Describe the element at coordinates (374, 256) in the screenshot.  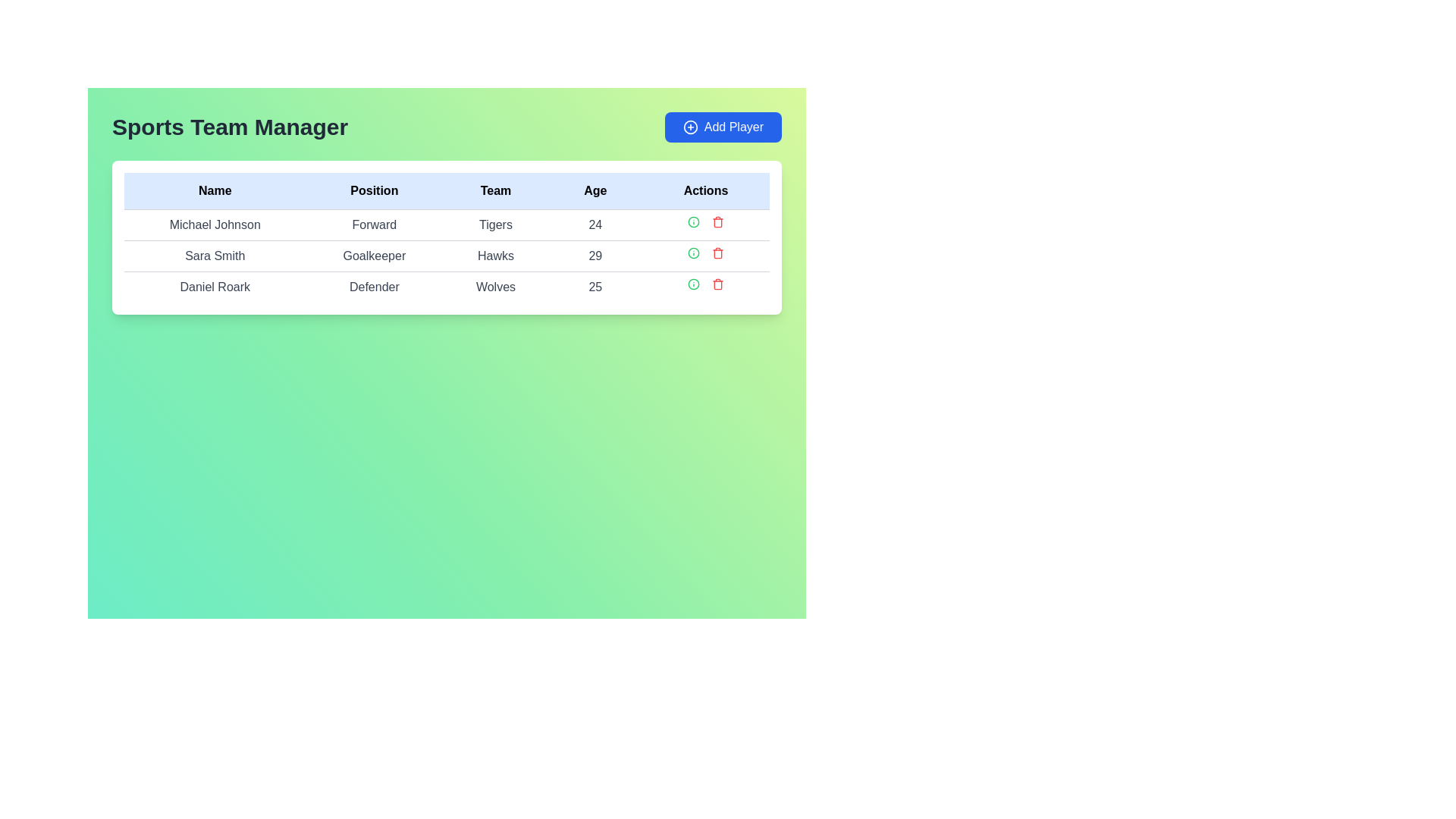
I see `the 'Goalkeeper' text label in the second row of the table, which is located under the 'Position' column, adjacent to 'Sara Smith' on the left and 'Hawks' on the right` at that location.